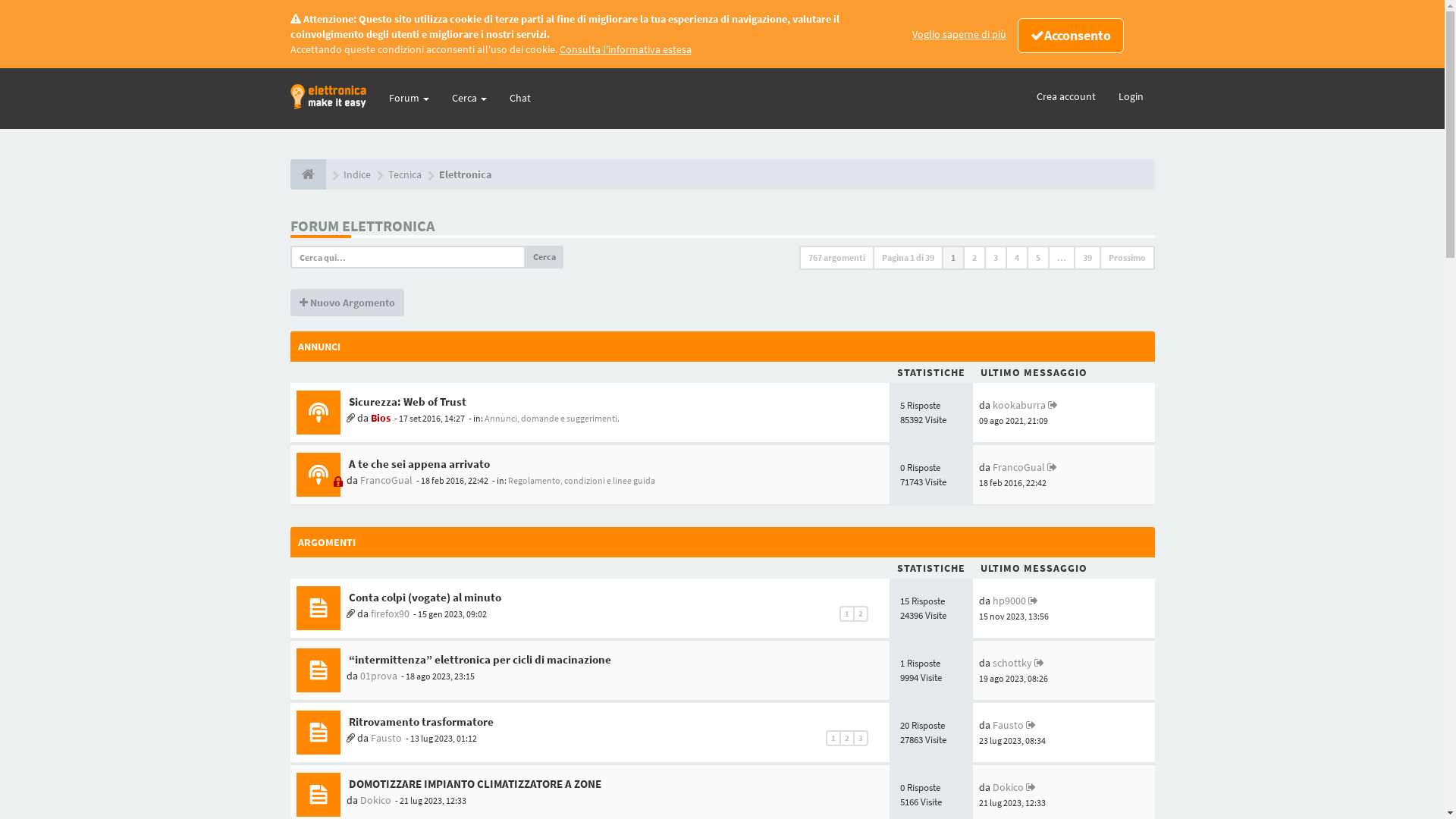  I want to click on 'schottky', so click(1012, 662).